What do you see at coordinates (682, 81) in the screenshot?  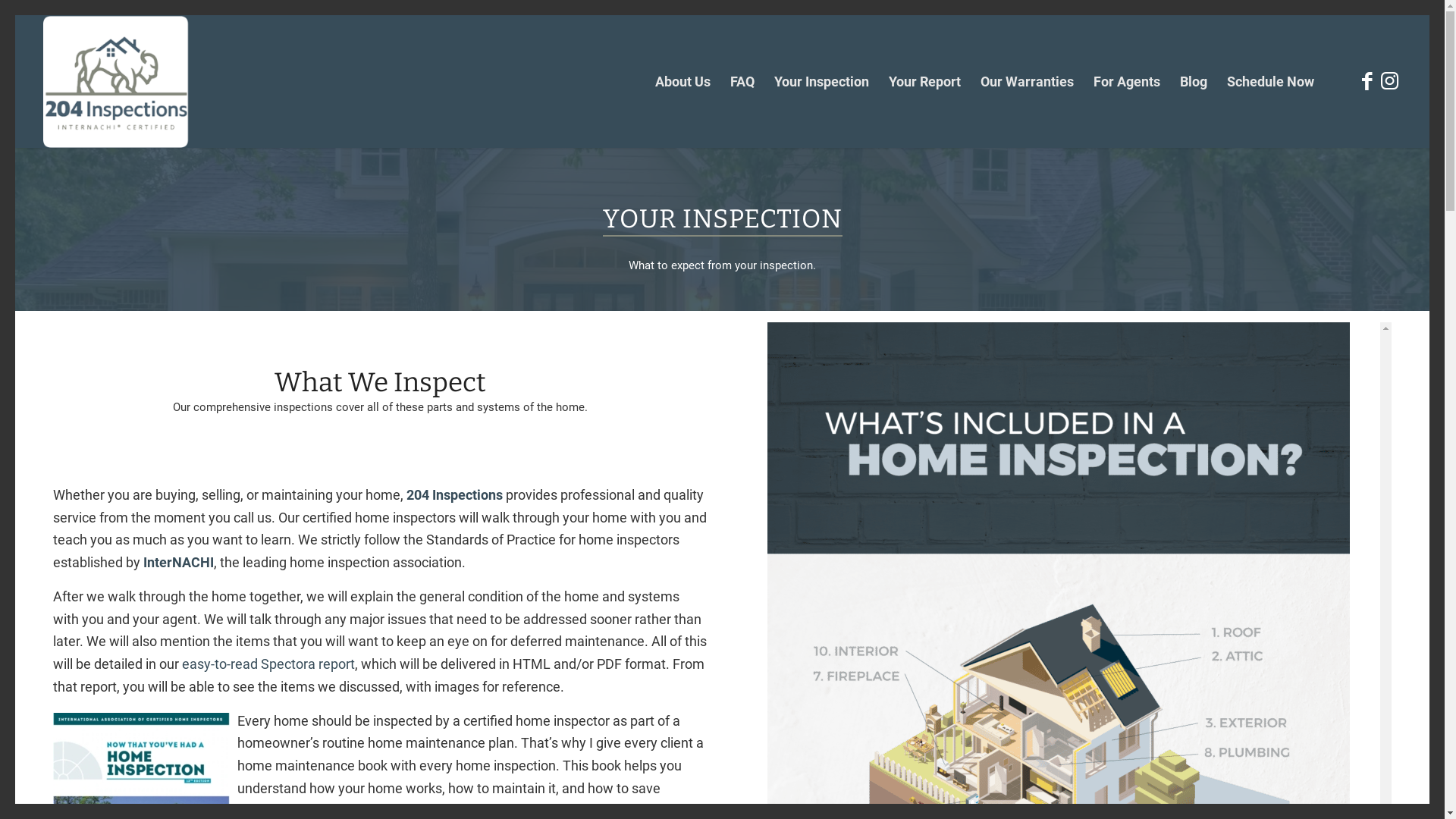 I see `'About Us'` at bounding box center [682, 81].